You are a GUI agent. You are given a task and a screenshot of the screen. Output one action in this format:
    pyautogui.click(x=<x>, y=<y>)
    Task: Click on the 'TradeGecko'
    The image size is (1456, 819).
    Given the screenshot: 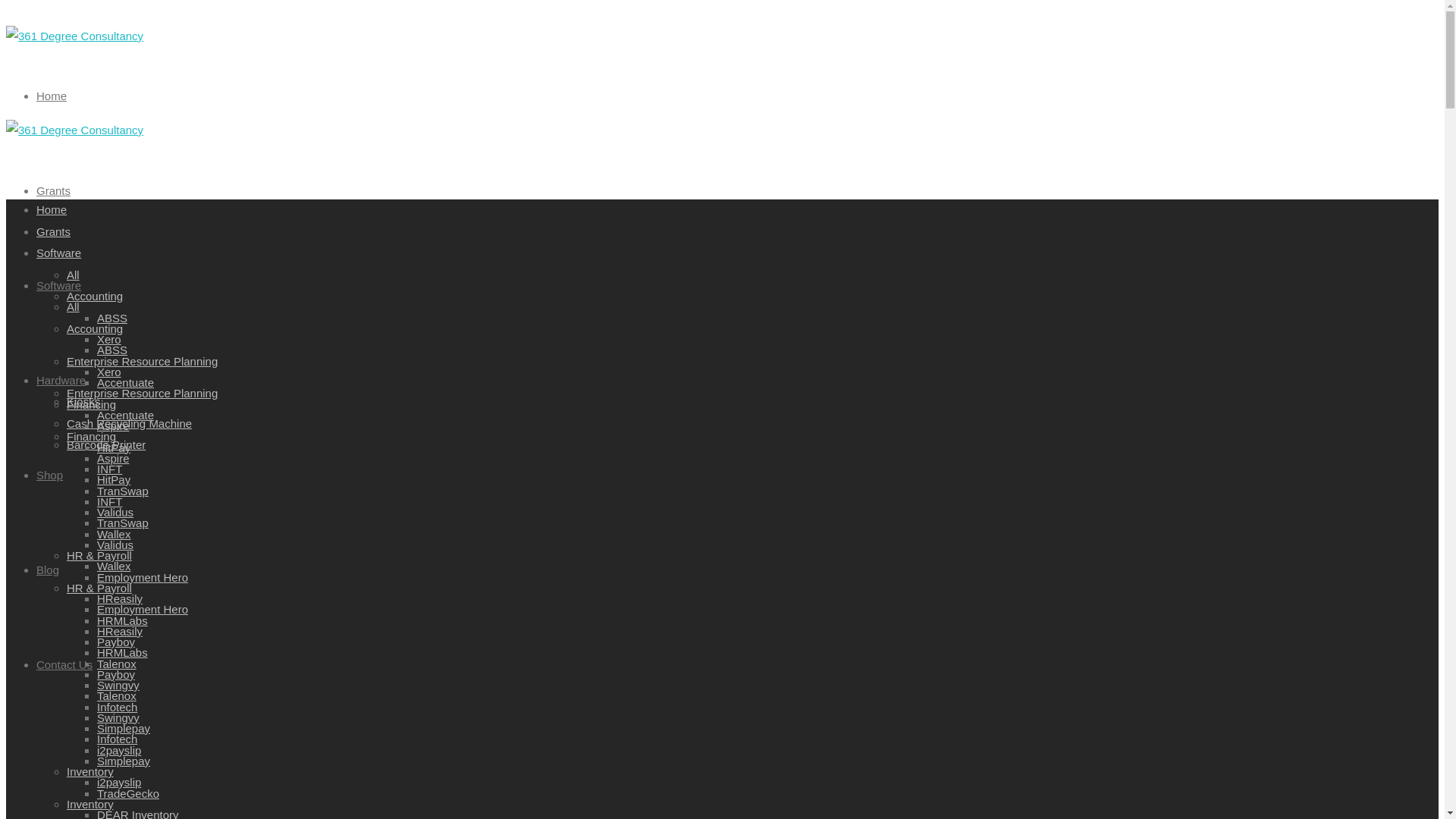 What is the action you would take?
    pyautogui.click(x=96, y=792)
    